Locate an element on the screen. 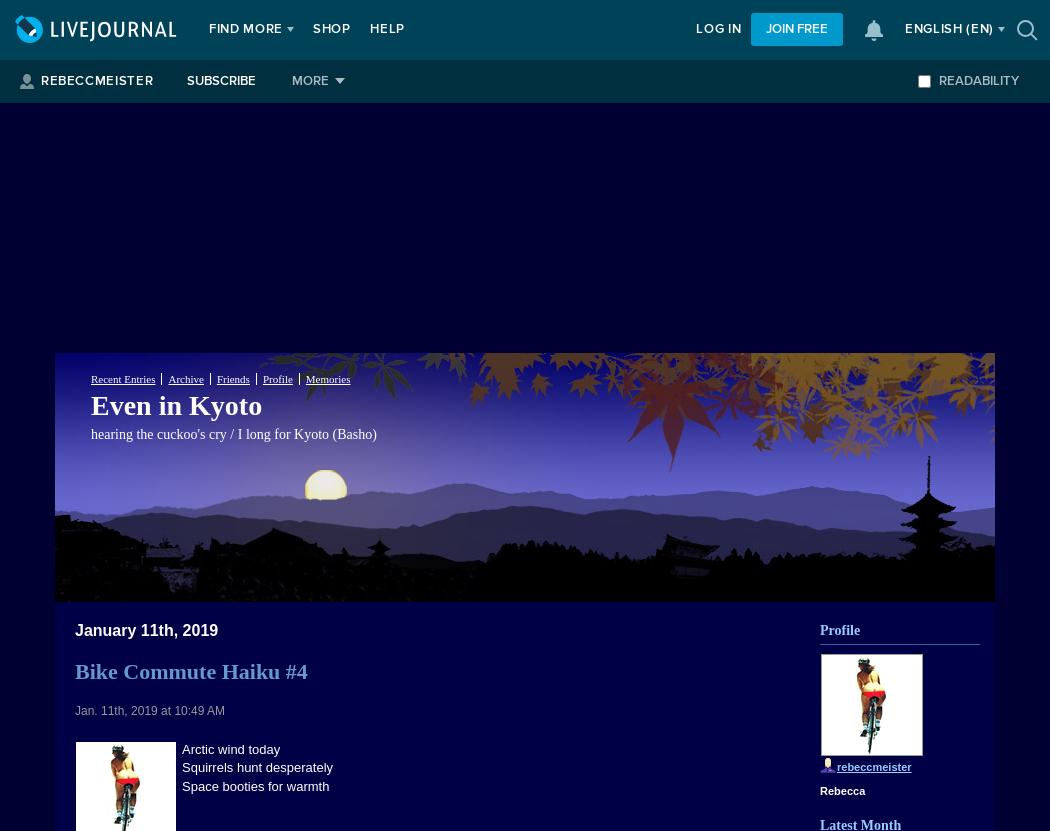 The height and width of the screenshot is (831, 1050). 'hearing the cuckoo's cry / I long for Kyoto (Basho)' is located at coordinates (233, 433).